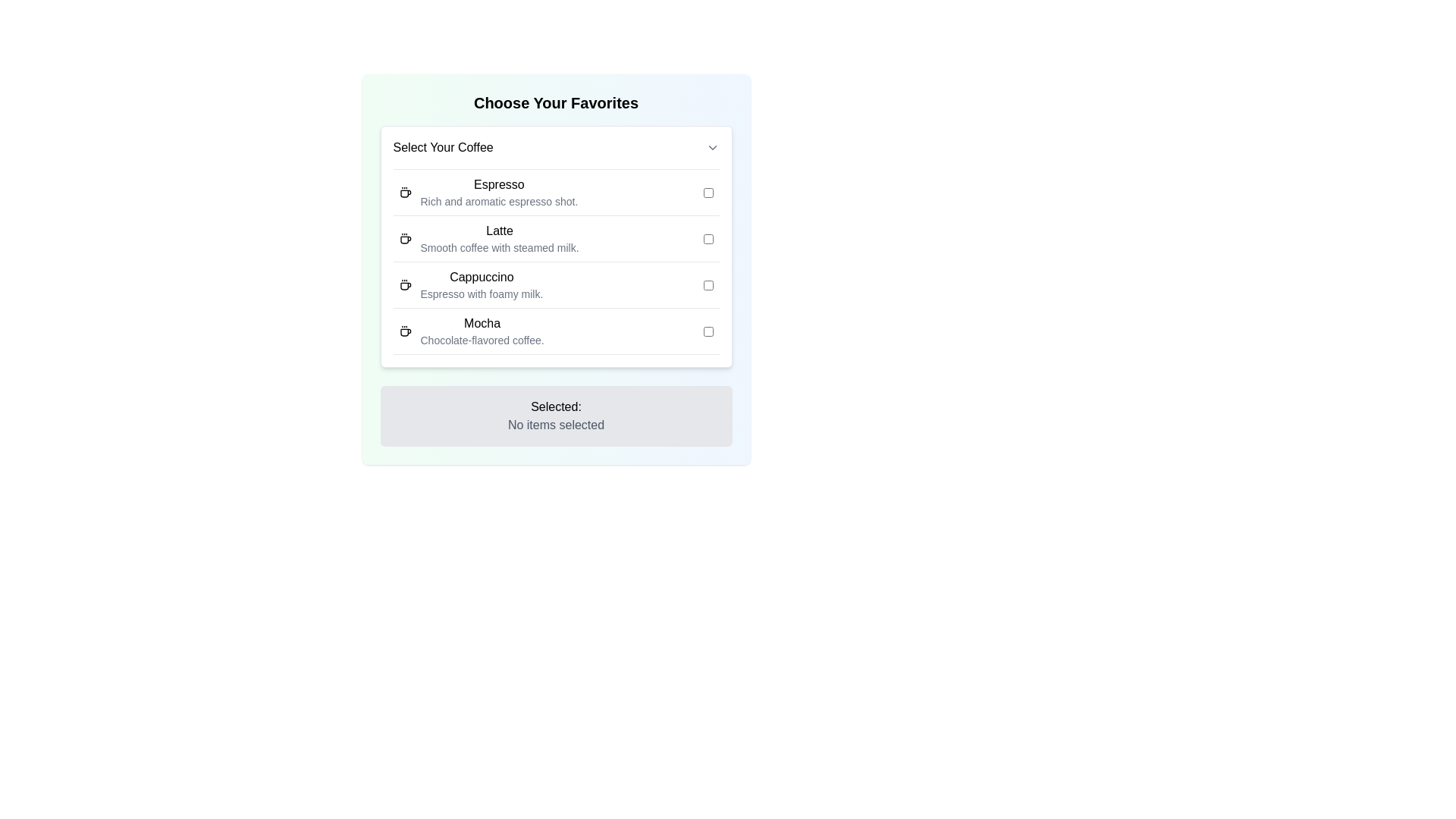  Describe the element at coordinates (481, 294) in the screenshot. I see `text label that describes 'Espresso with foamy milk.', located beneath the 'Cappuccino' title in a vertical list of coffee options` at that location.